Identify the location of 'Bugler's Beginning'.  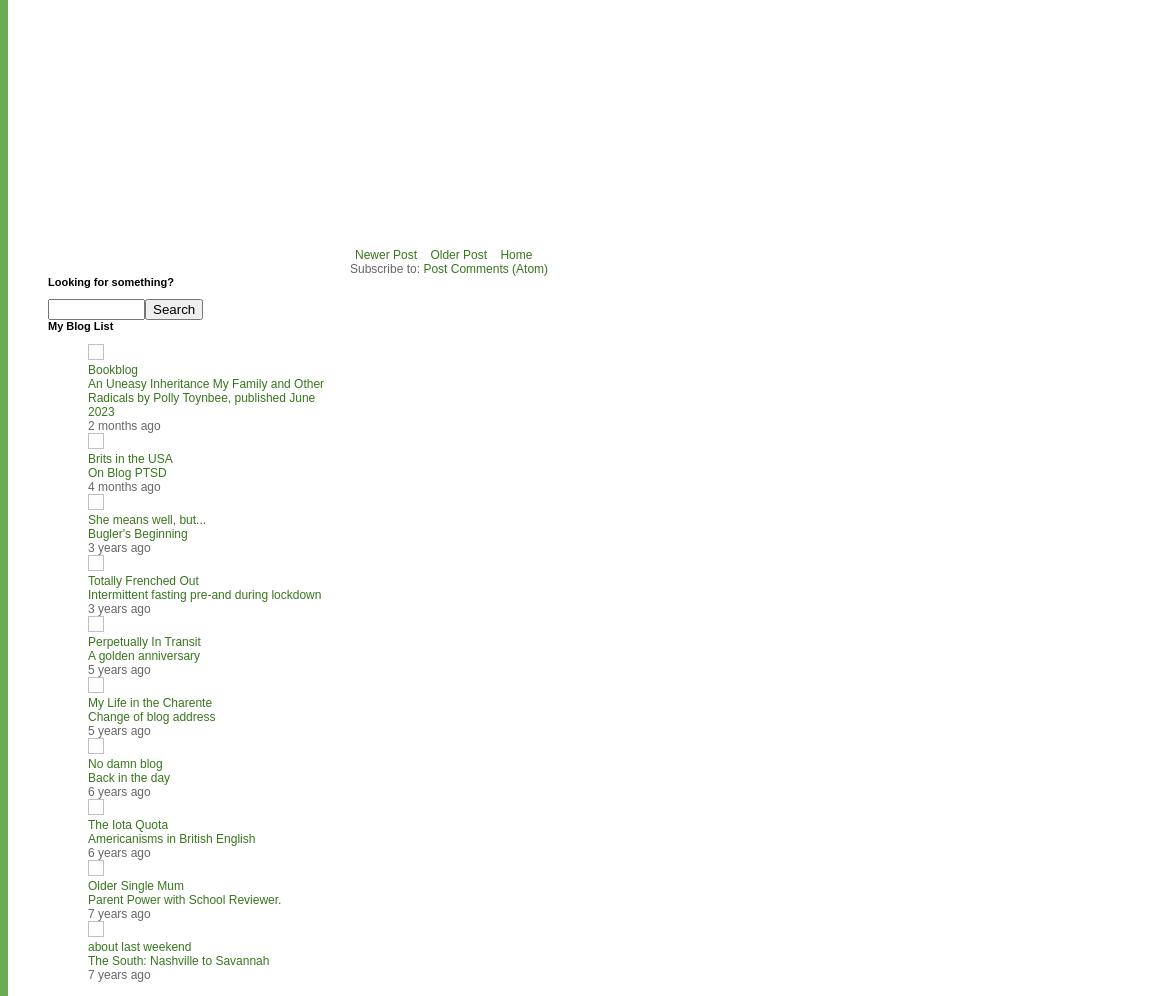
(136, 533).